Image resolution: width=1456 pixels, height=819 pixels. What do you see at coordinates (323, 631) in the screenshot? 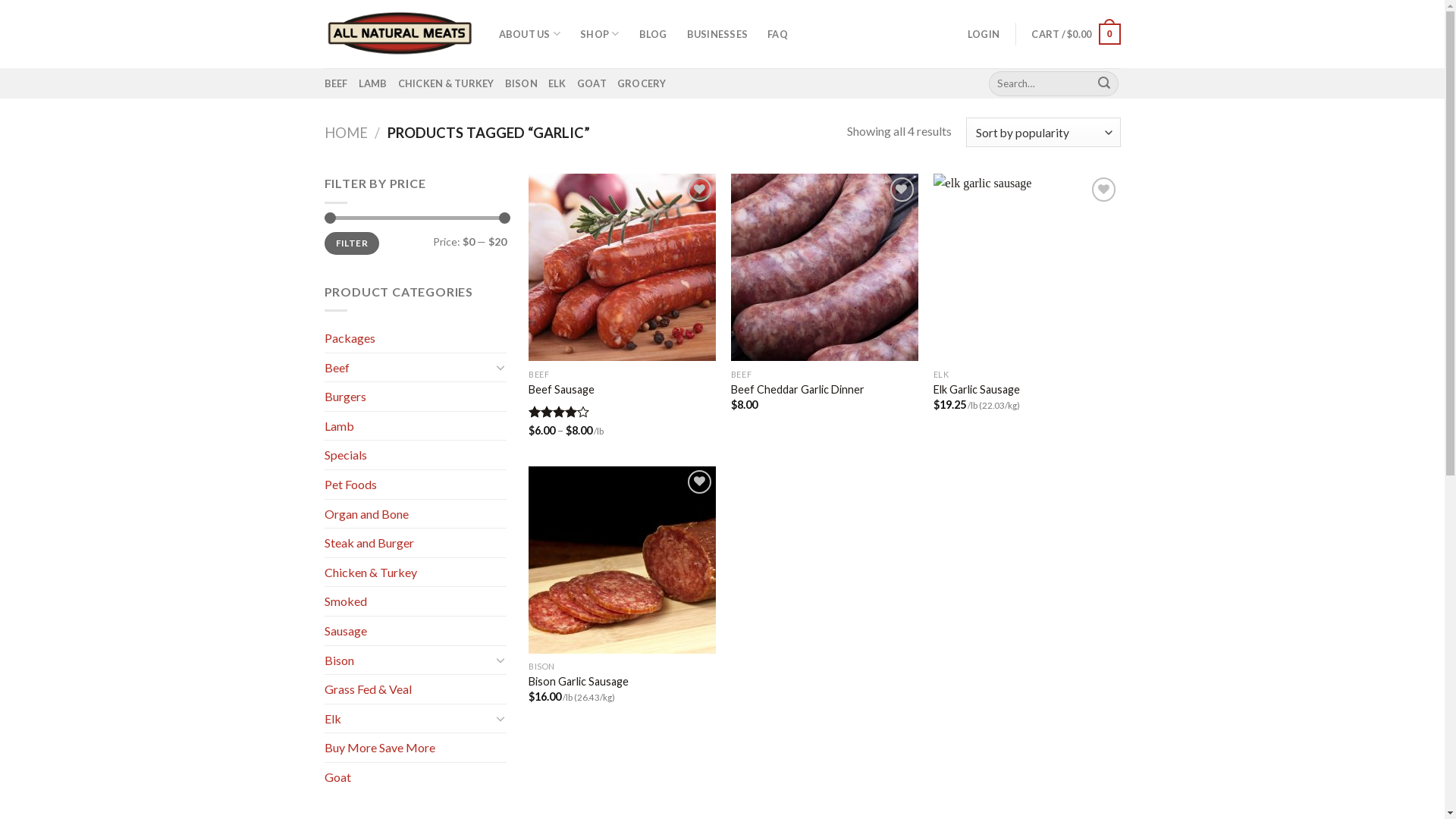
I see `'Sausage'` at bounding box center [323, 631].